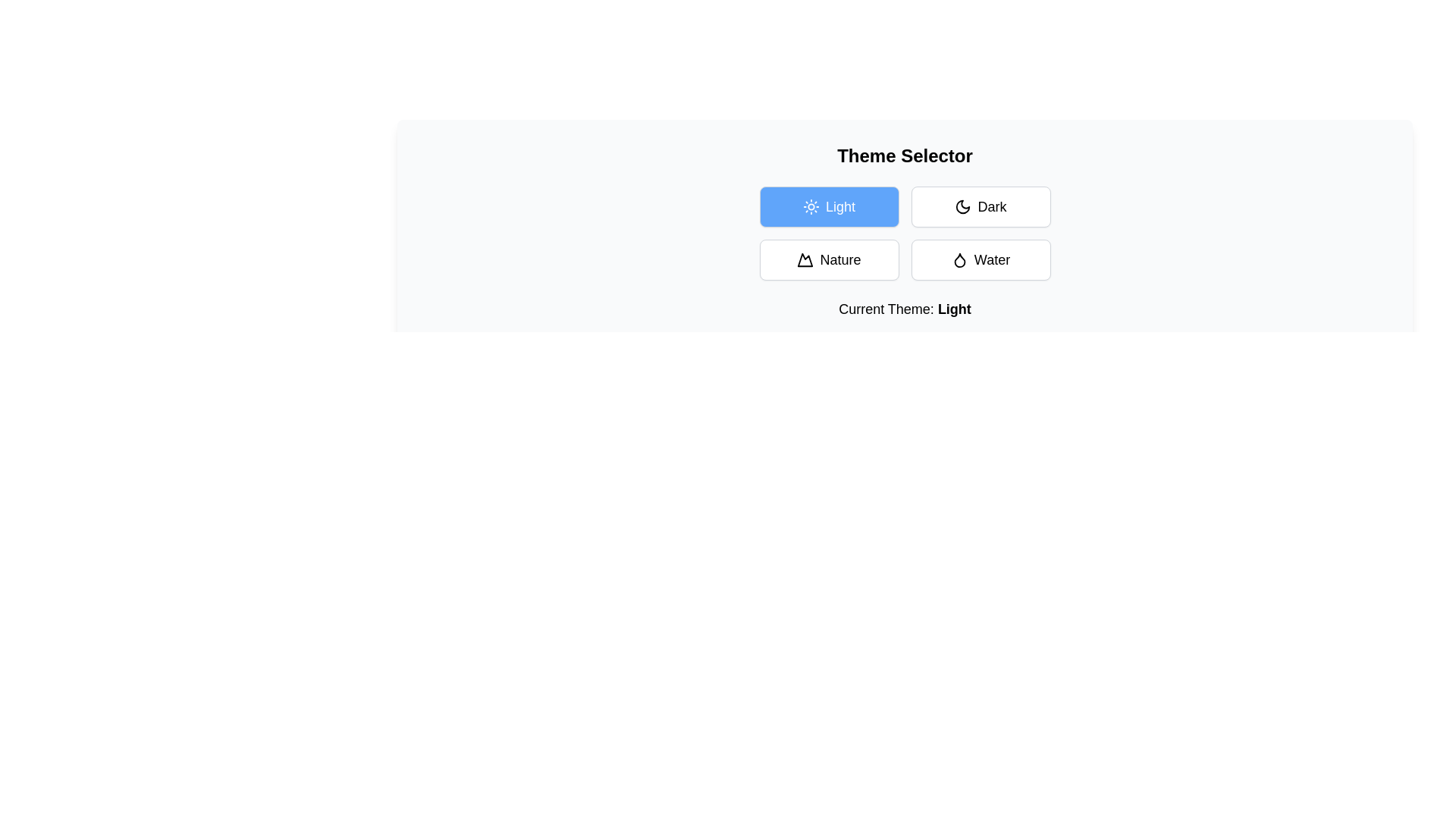 The image size is (1456, 819). What do you see at coordinates (828, 207) in the screenshot?
I see `the button labeled 'Light' with a sun-like icon to observe hover effects` at bounding box center [828, 207].